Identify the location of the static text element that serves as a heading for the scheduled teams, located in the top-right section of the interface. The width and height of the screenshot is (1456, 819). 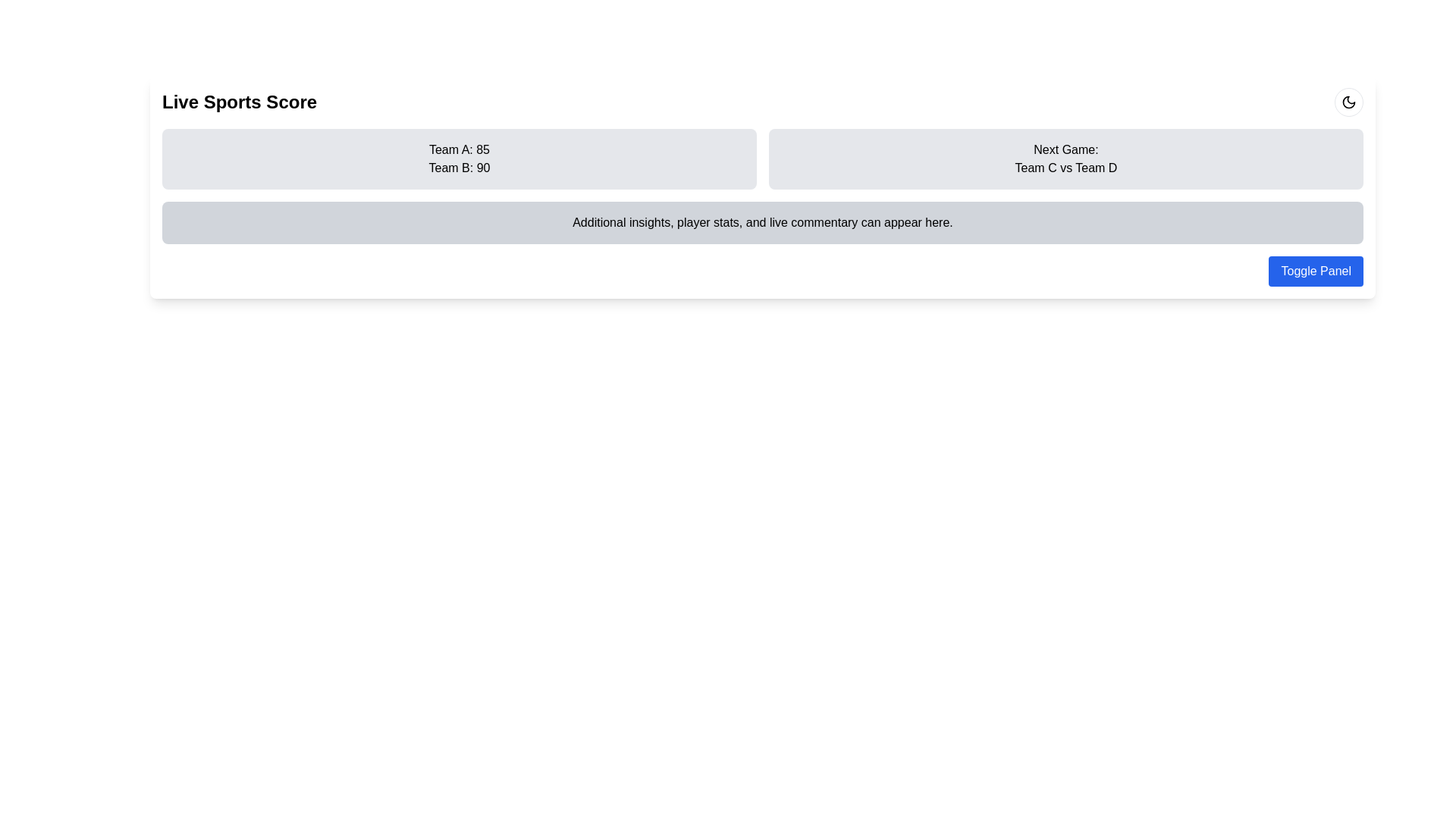
(1065, 149).